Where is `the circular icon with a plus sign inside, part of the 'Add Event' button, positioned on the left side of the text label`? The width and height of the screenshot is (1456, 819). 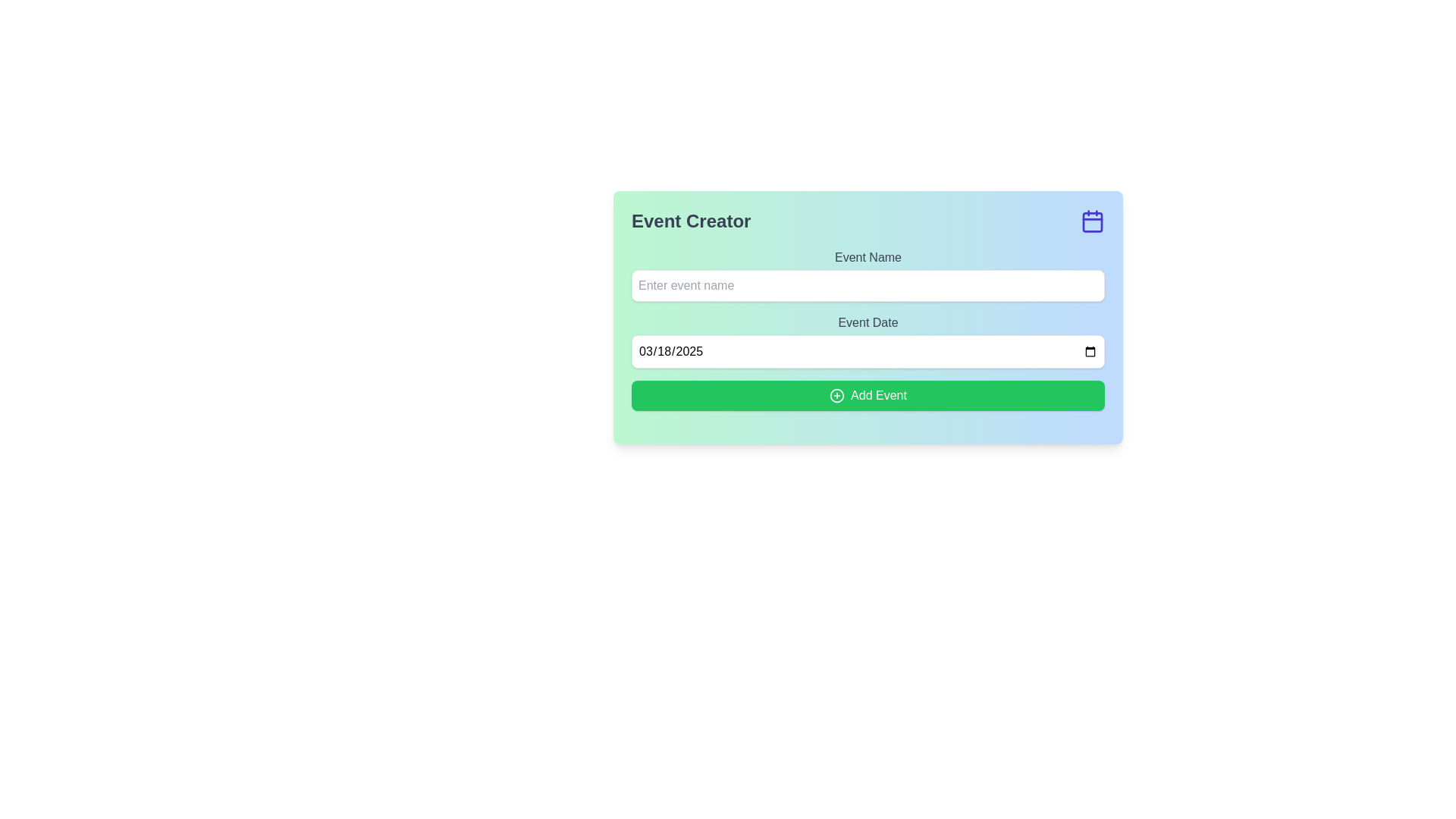
the circular icon with a plus sign inside, part of the 'Add Event' button, positioned on the left side of the text label is located at coordinates (836, 394).